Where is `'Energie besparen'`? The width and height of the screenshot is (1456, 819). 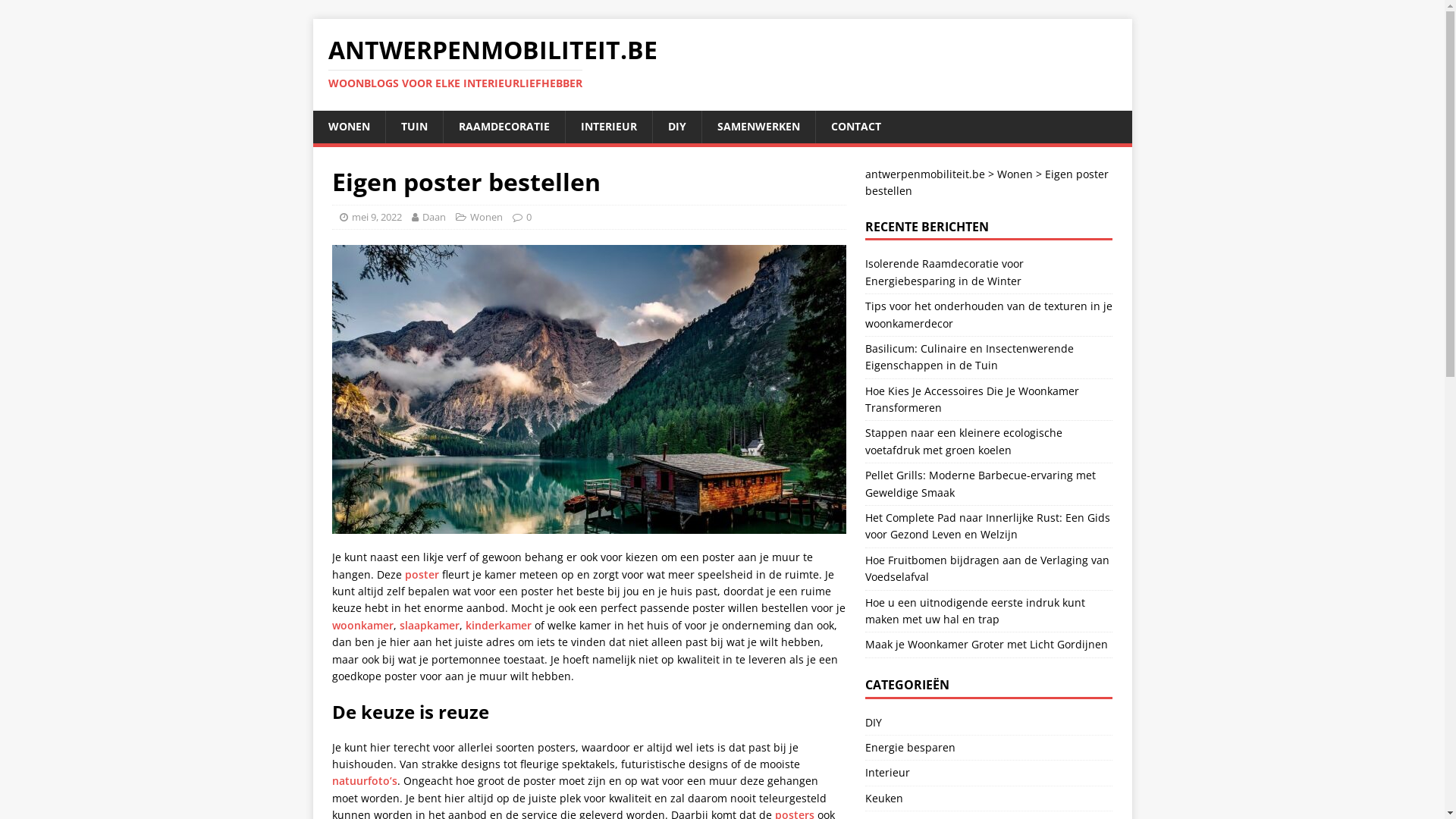 'Energie besparen' is located at coordinates (865, 747).